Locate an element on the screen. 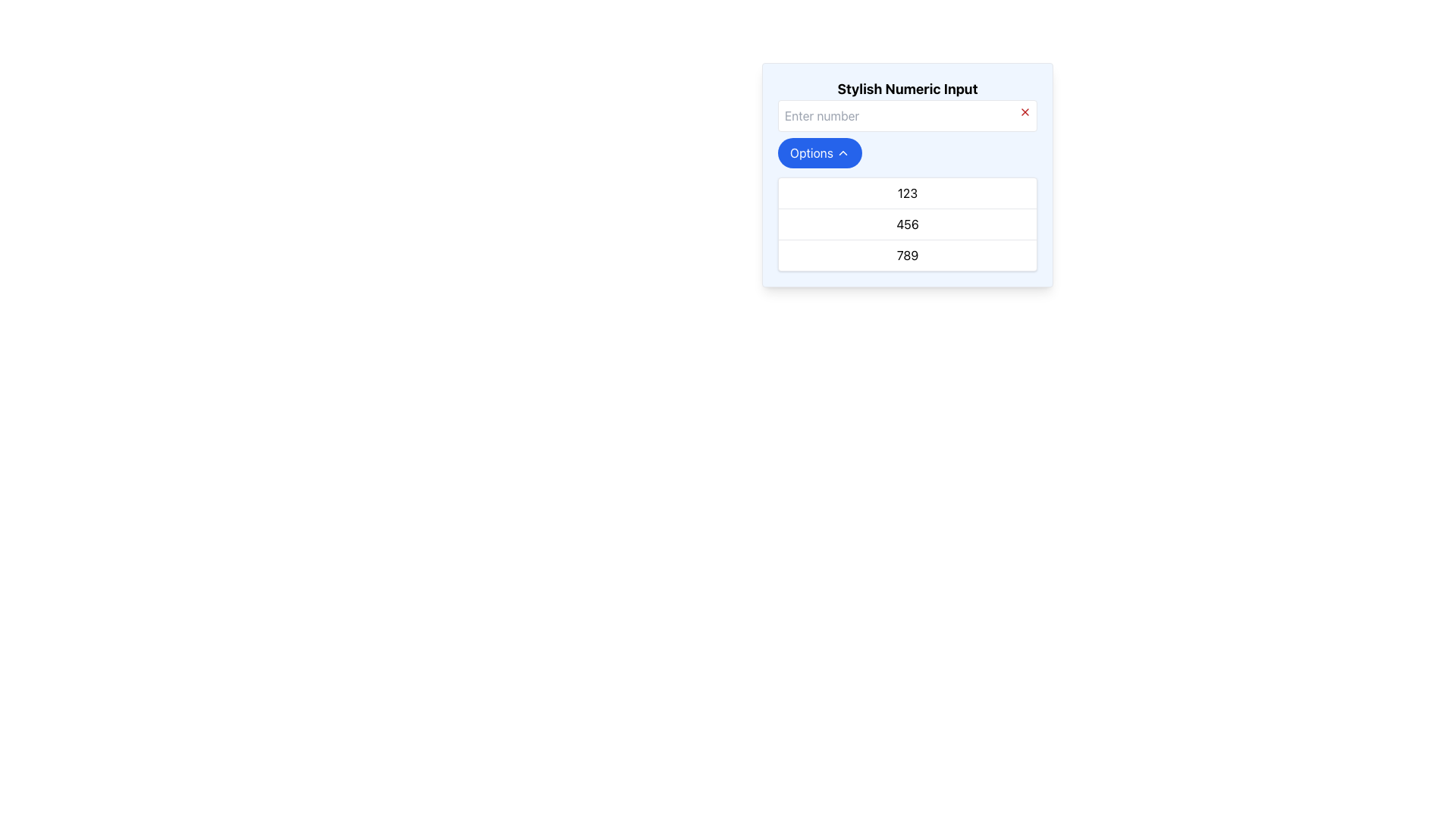  the first selectable option '123' in the dropdown menu is located at coordinates (907, 192).